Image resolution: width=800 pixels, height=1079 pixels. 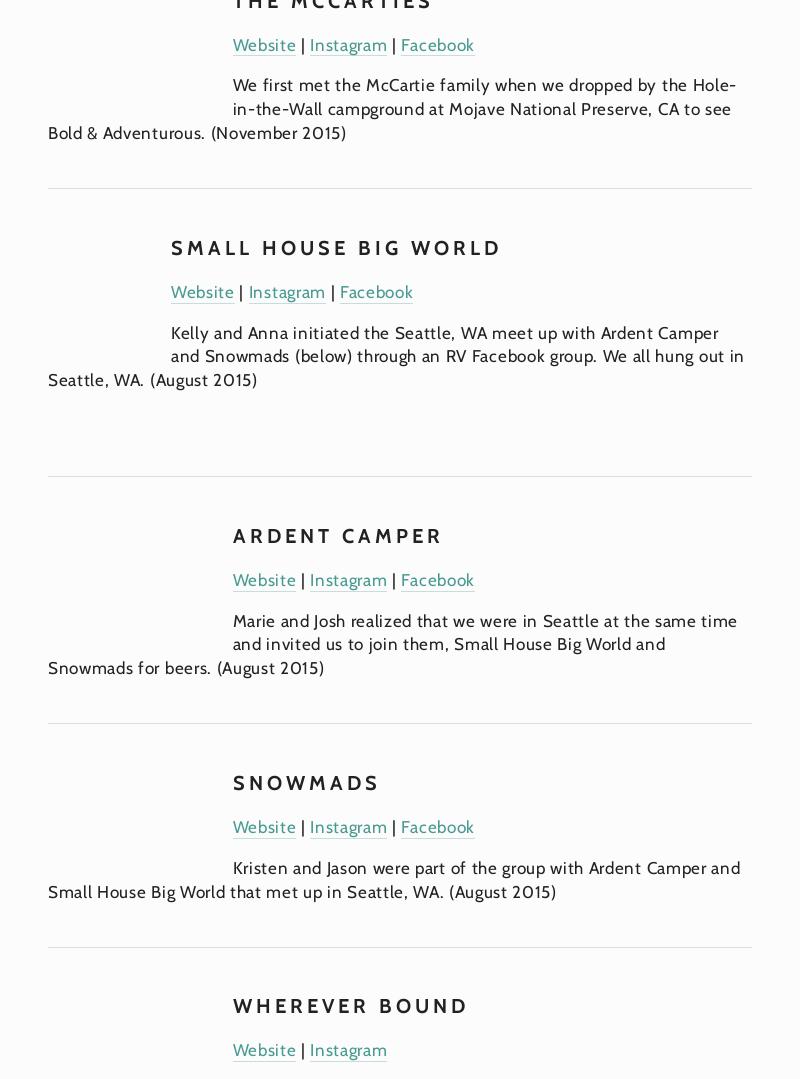 What do you see at coordinates (47, 877) in the screenshot?
I see `'Kristen and Jason were part of the group with Ardent Camper and Small House Big World that met up in Seattle, WA. (August 2015)'` at bounding box center [47, 877].